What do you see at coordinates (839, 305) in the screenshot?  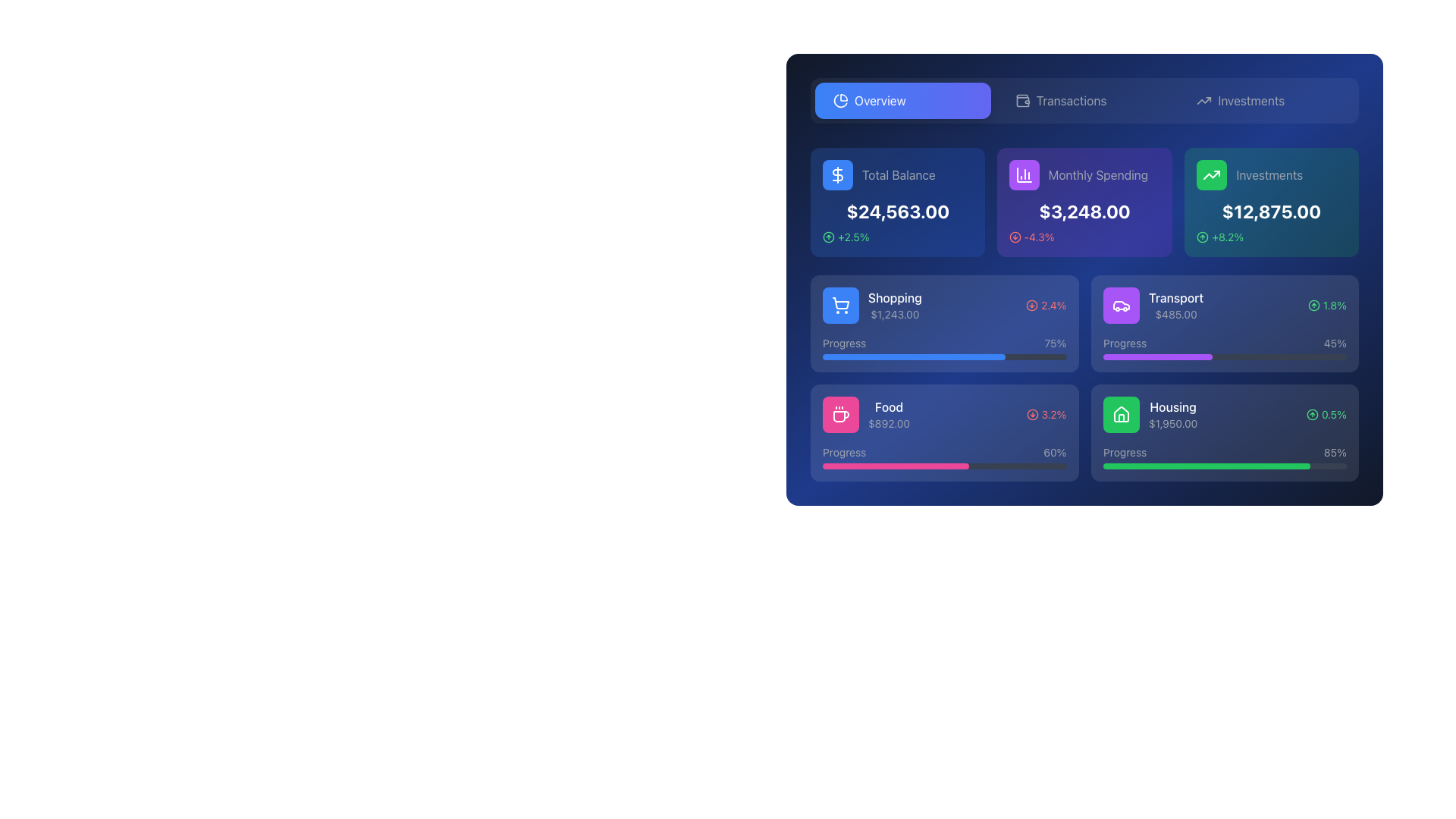 I see `the shopping cart icon, which is situated within a blue circular background and aligned to the left side of the 'Shopping $1,243.00' module` at bounding box center [839, 305].